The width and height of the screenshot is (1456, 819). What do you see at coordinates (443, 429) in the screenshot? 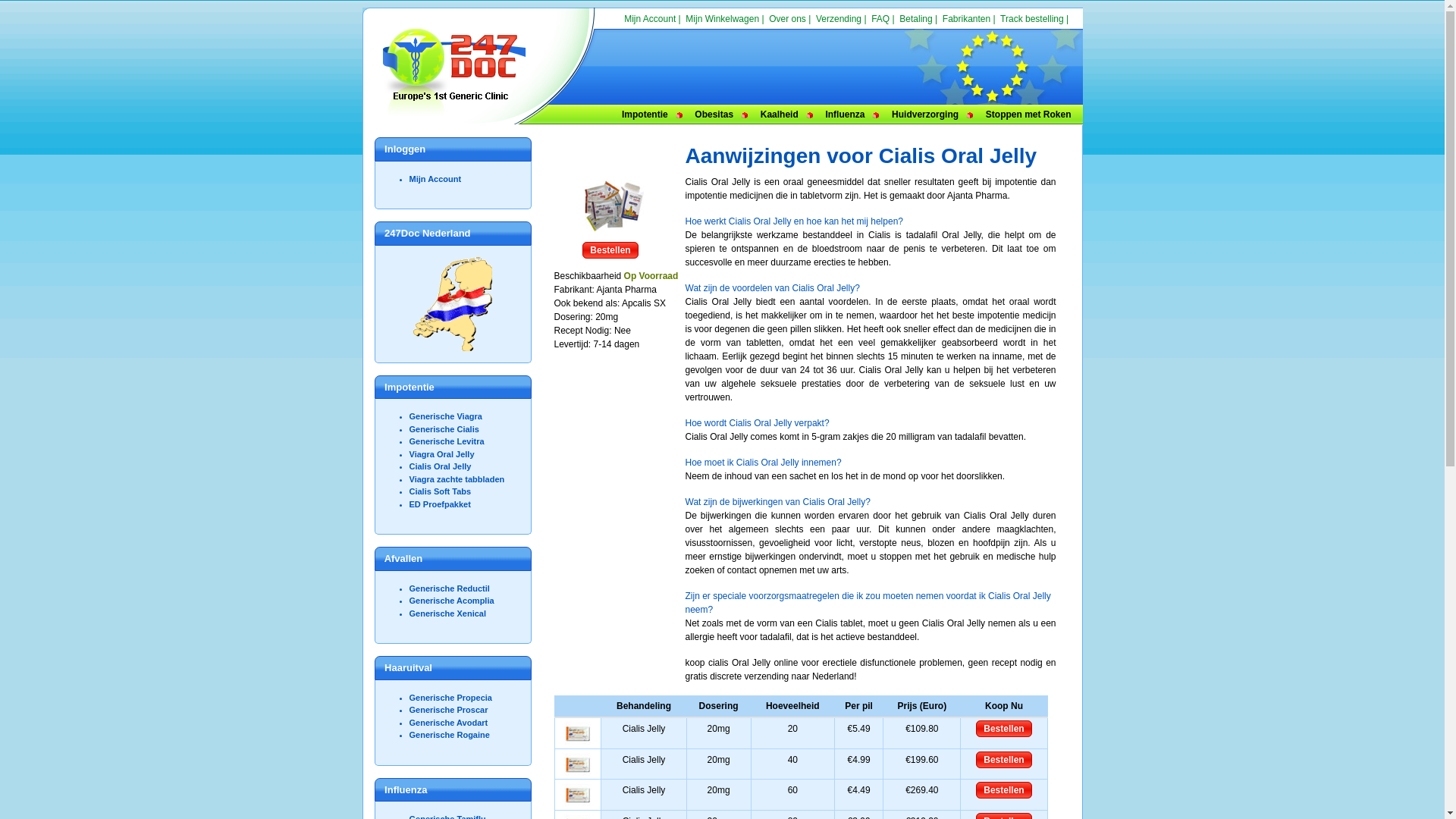
I see `'Generische Cialis'` at bounding box center [443, 429].